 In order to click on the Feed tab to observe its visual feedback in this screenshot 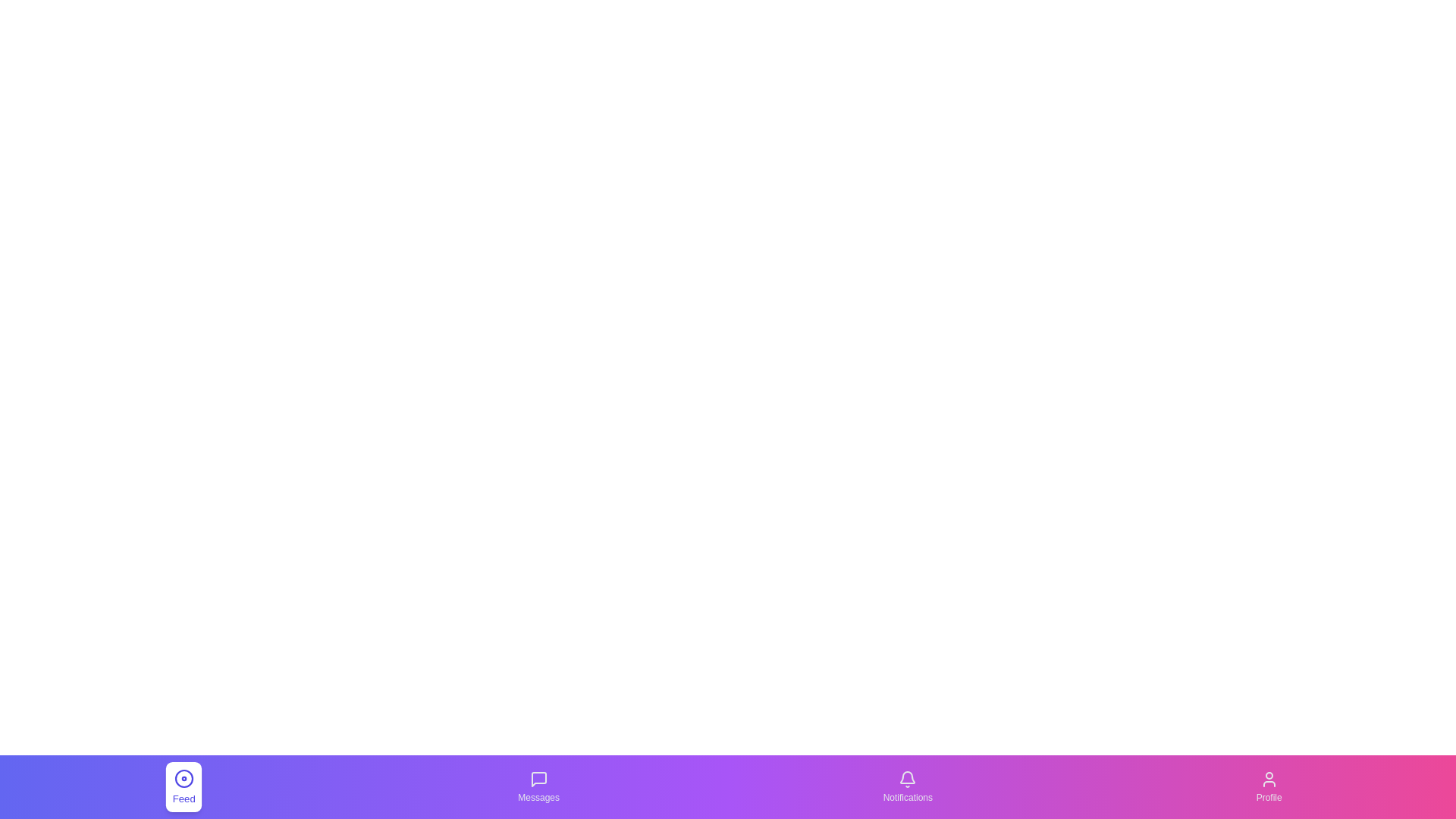, I will do `click(184, 786)`.